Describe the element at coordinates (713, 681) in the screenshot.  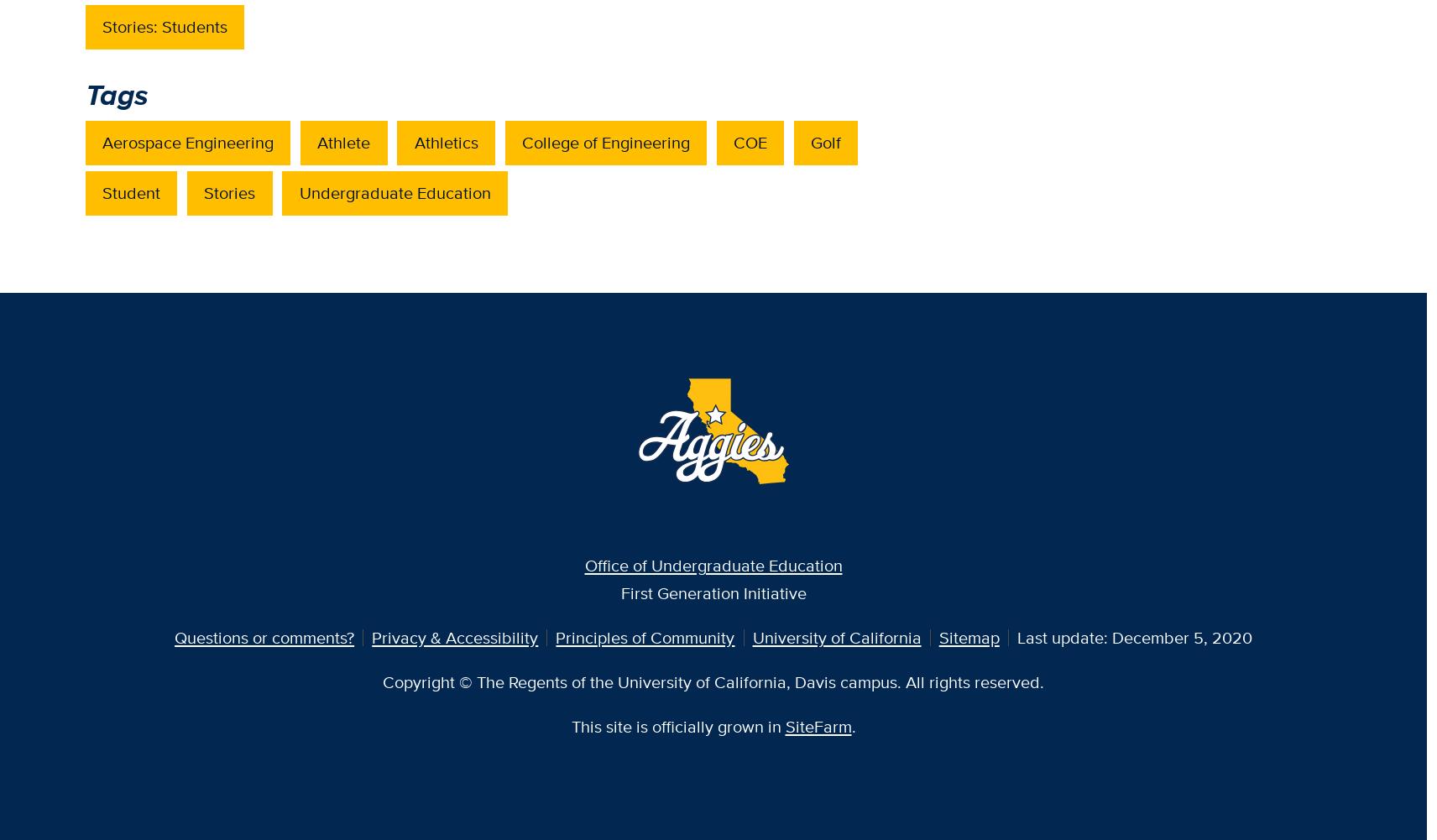
I see `'Copyright © The Regents of the University of California, Davis campus. All rights reserved.'` at that location.